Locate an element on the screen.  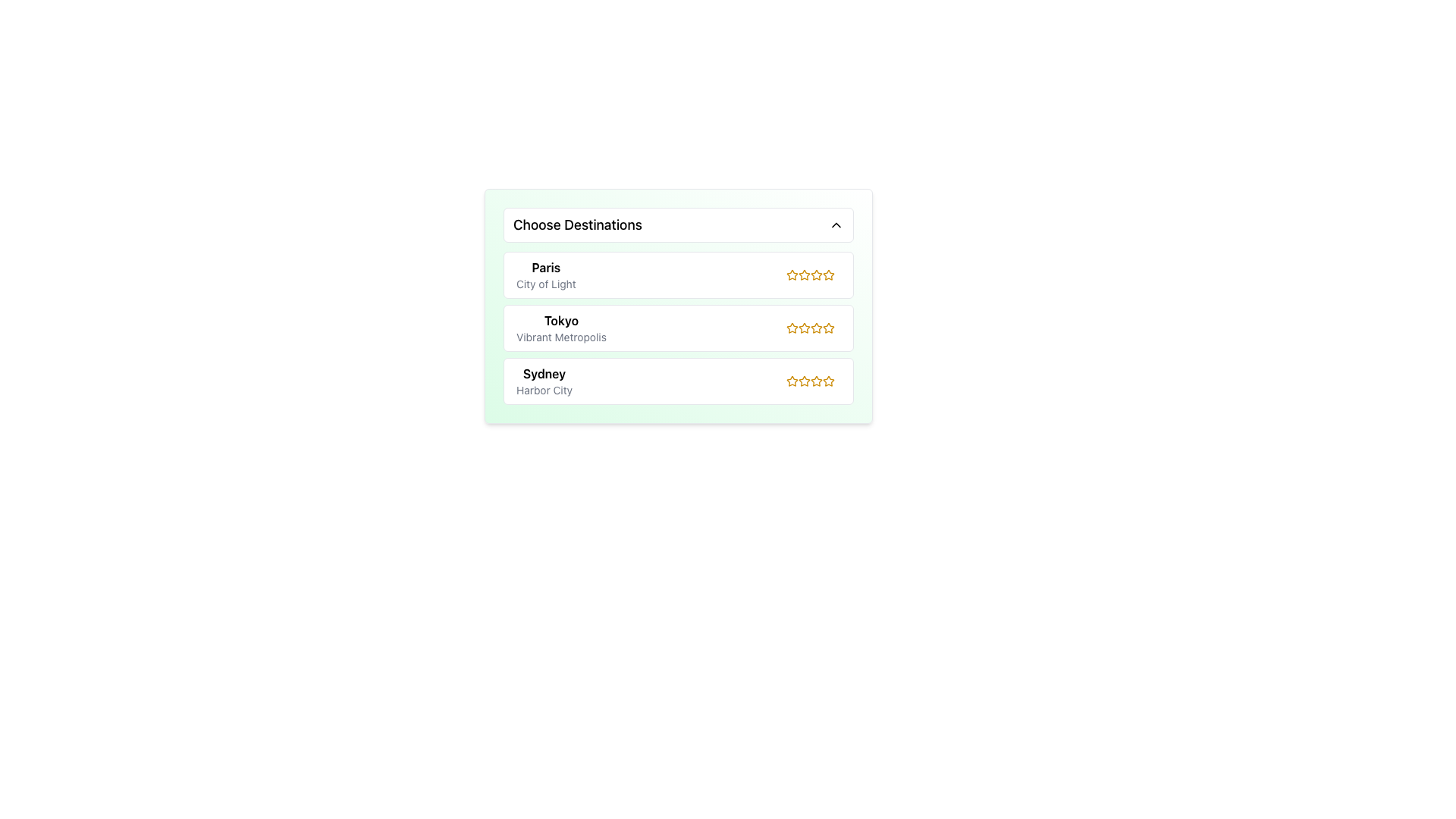
the List Item representing 'Sydney' in the 'Choose Destinations' section is located at coordinates (544, 380).